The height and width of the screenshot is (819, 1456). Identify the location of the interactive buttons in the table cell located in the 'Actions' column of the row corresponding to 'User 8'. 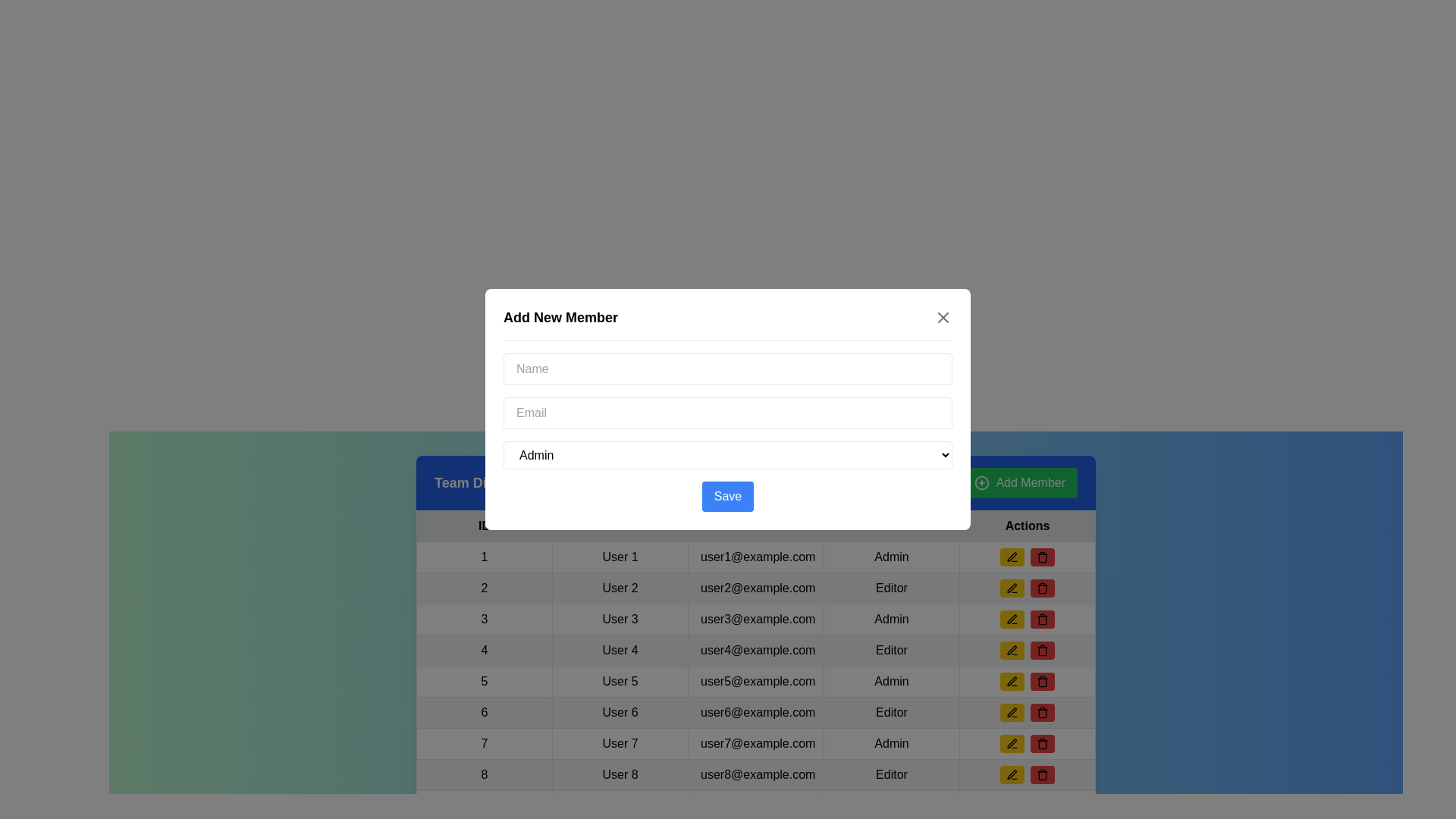
(1027, 775).